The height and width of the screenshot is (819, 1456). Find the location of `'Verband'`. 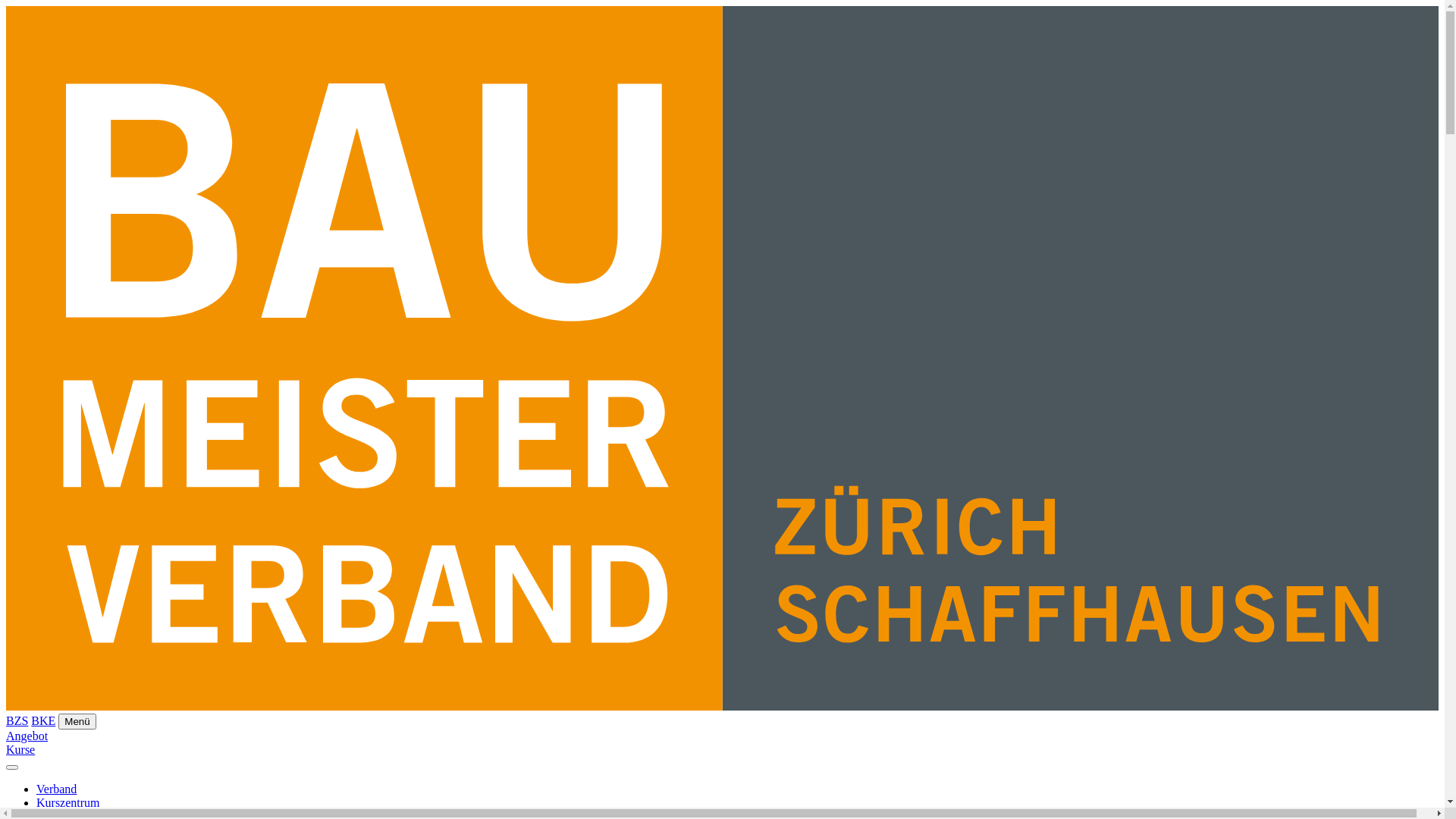

'Verband' is located at coordinates (56, 788).